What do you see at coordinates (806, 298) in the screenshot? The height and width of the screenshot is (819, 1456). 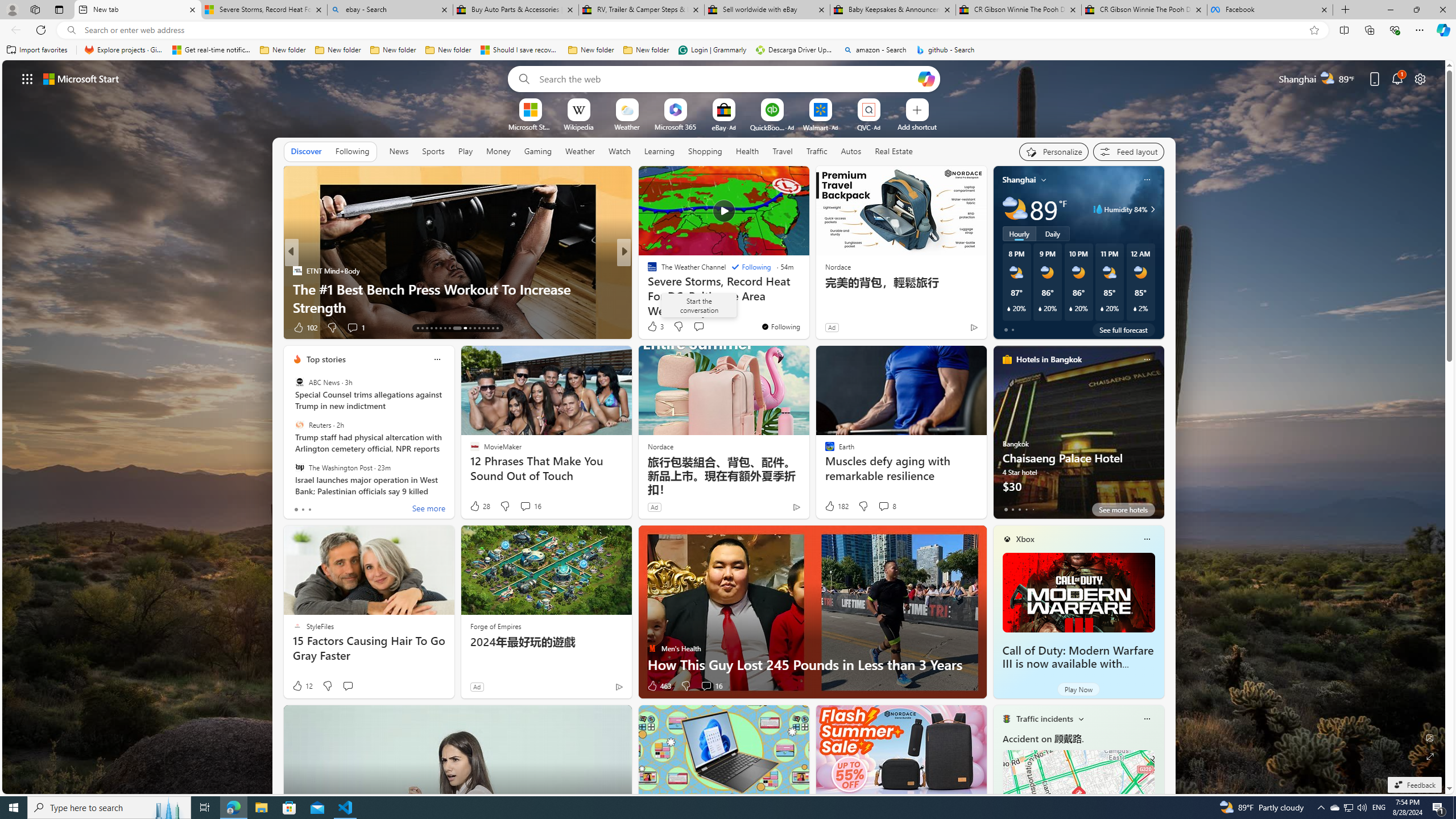 I see `'Lonely dolphin may be behind series of attacks on swimmers'` at bounding box center [806, 298].